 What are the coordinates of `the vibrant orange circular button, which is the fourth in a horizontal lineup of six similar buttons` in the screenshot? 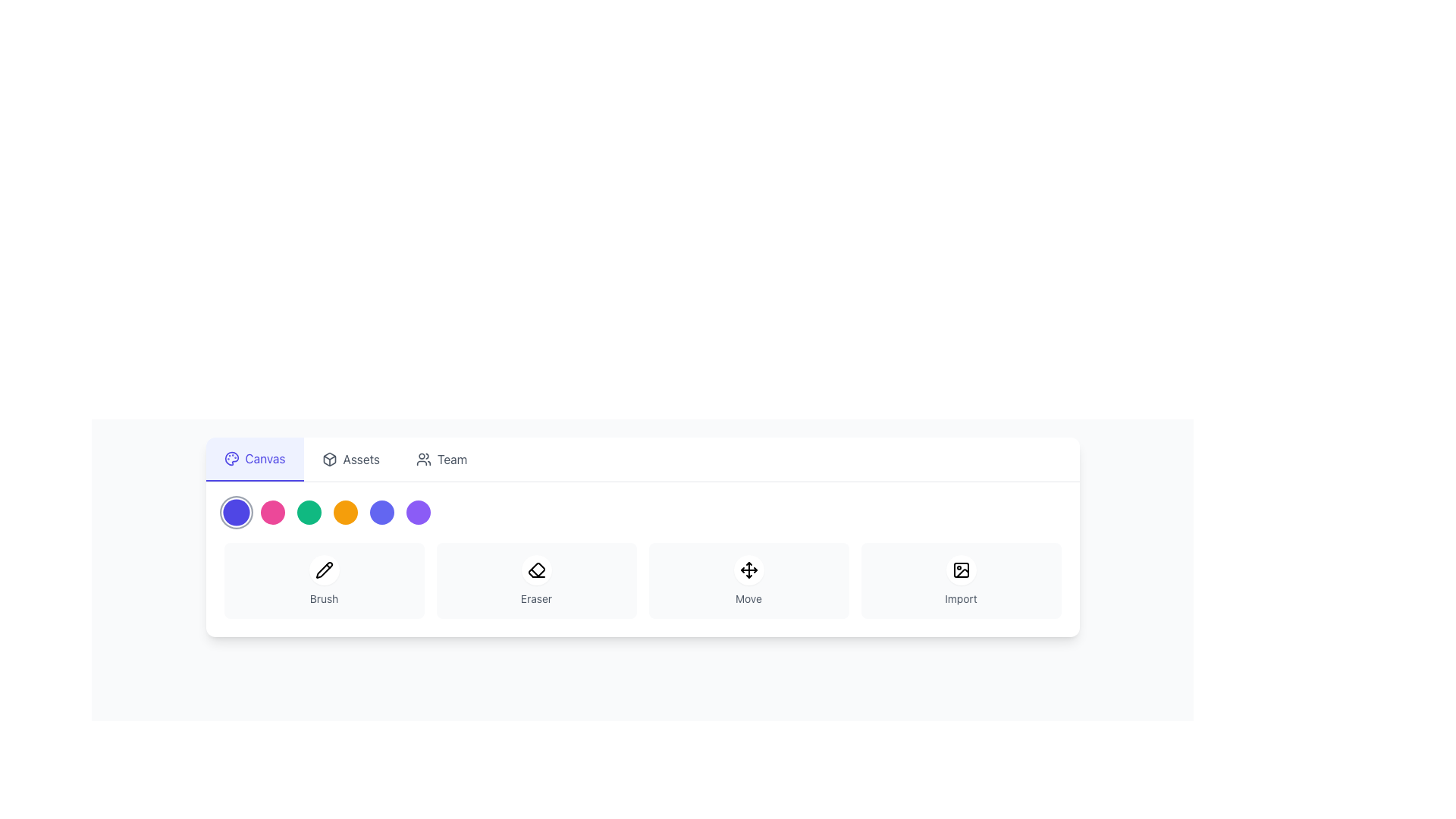 It's located at (344, 512).